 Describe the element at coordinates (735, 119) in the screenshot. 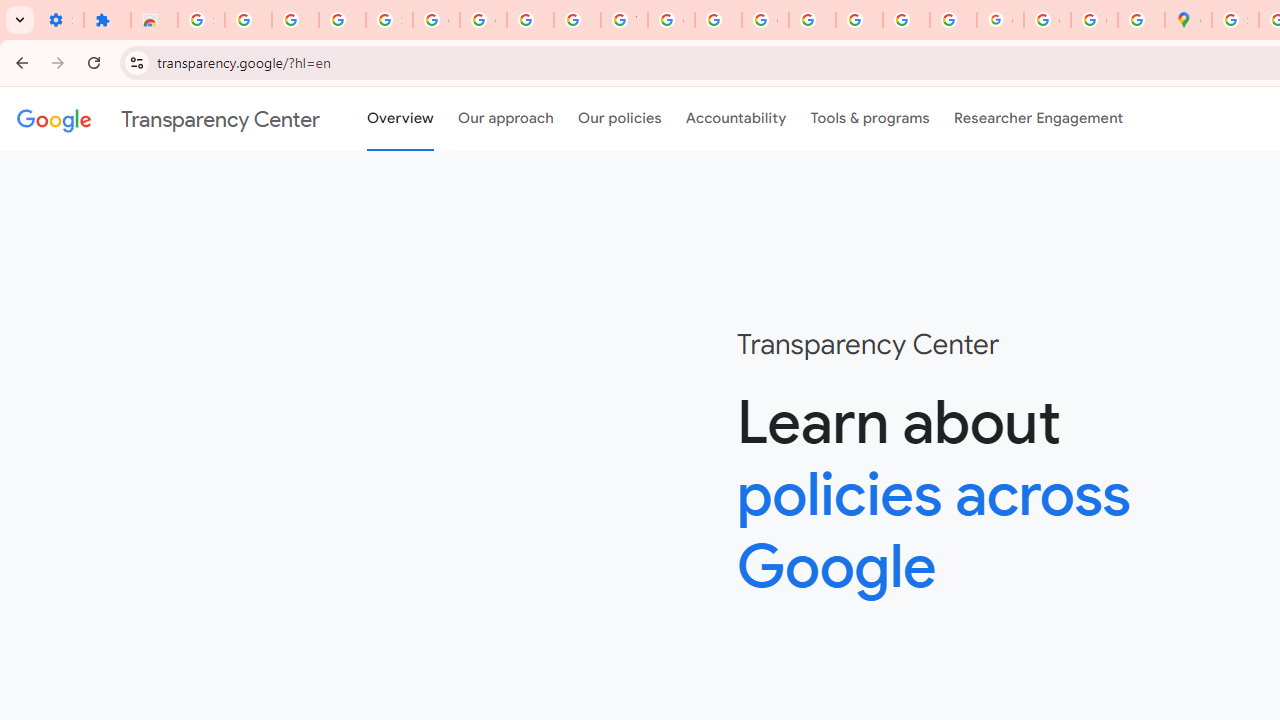

I see `'Accountability'` at that location.